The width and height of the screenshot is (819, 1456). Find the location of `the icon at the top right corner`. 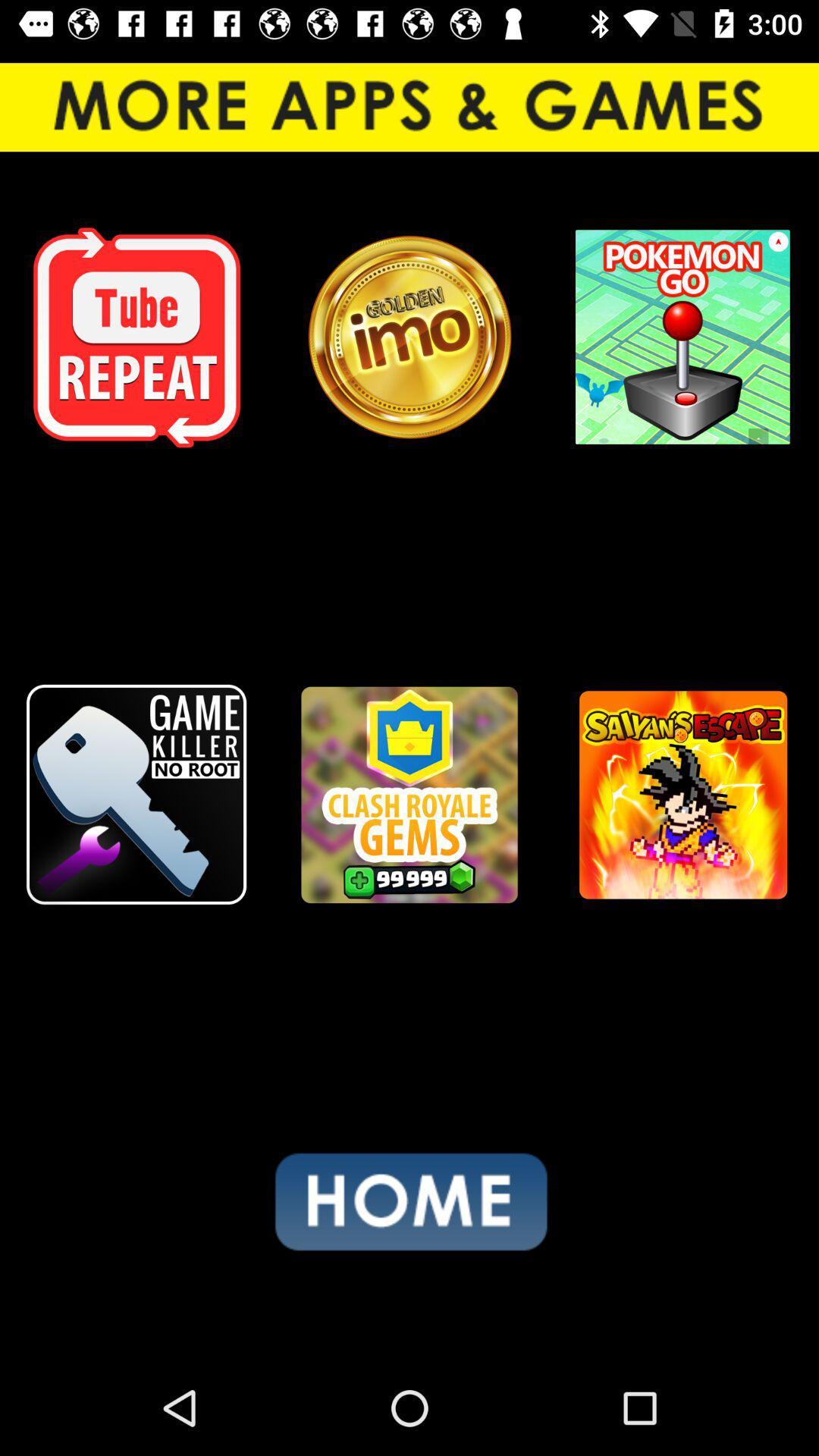

the icon at the top right corner is located at coordinates (681, 337).